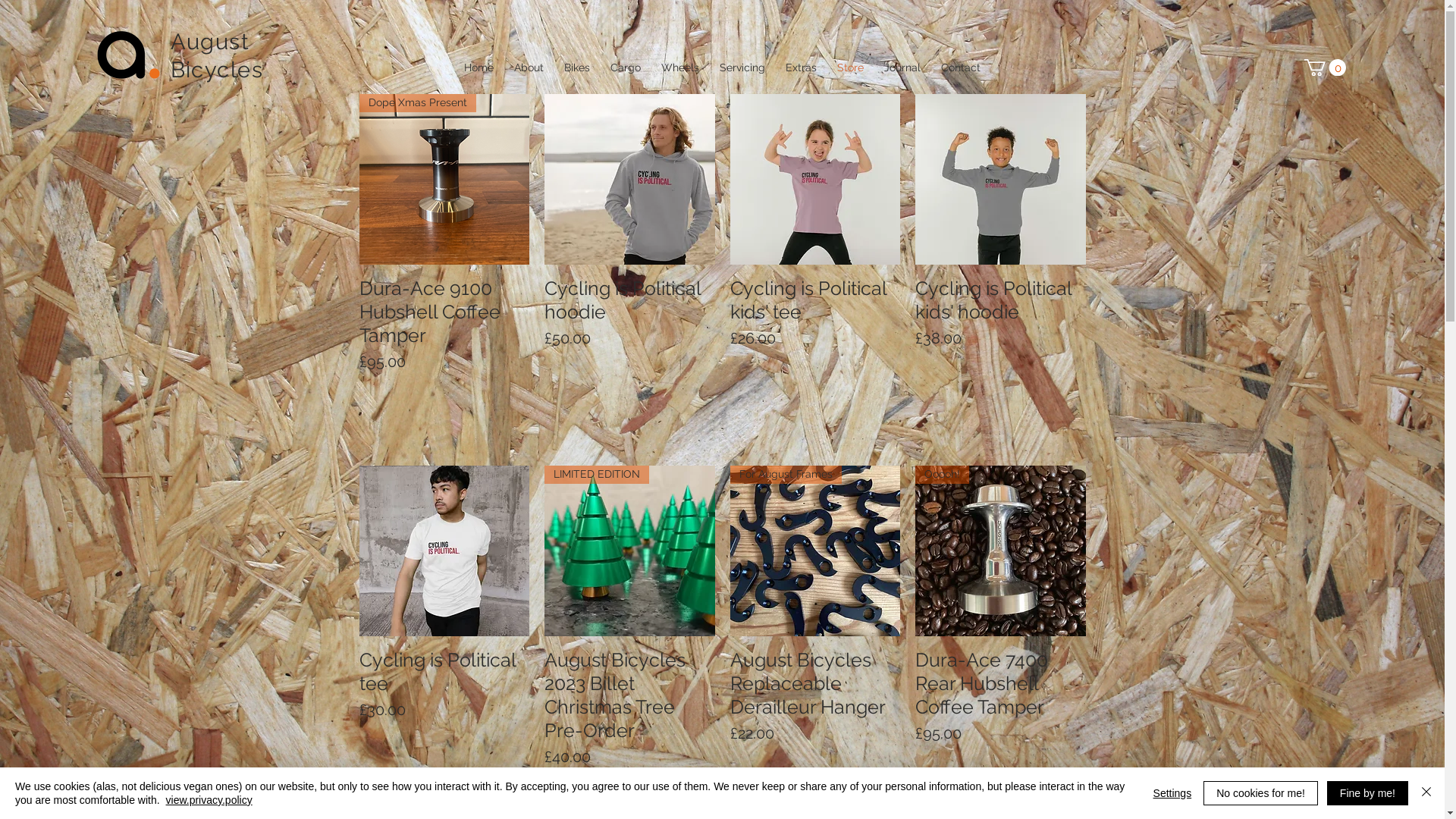 This screenshot has height=819, width=1456. What do you see at coordinates (679, 66) in the screenshot?
I see `'Wheels'` at bounding box center [679, 66].